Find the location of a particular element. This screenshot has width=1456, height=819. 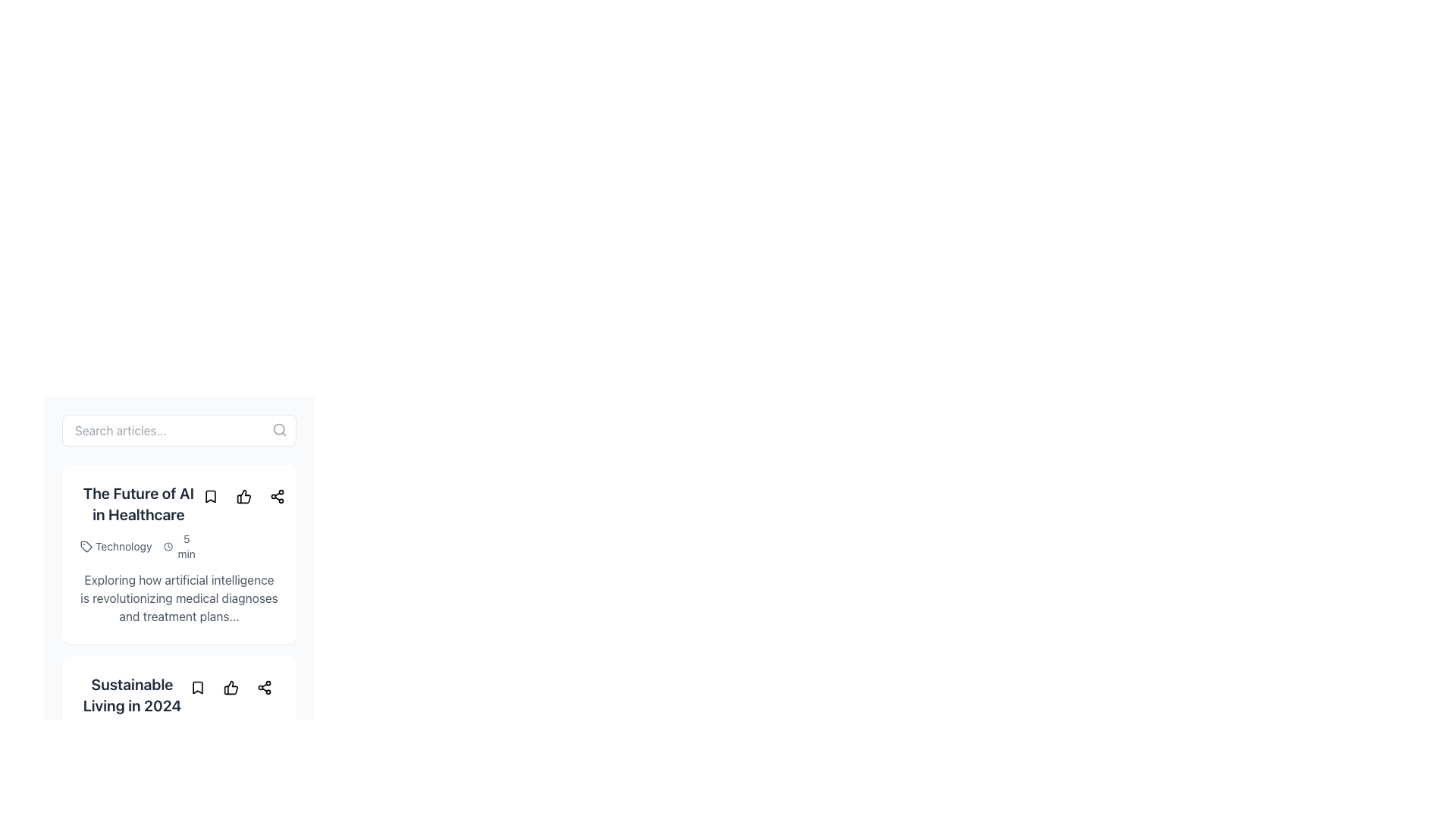

the stylized bookmark icon is located at coordinates (209, 497).